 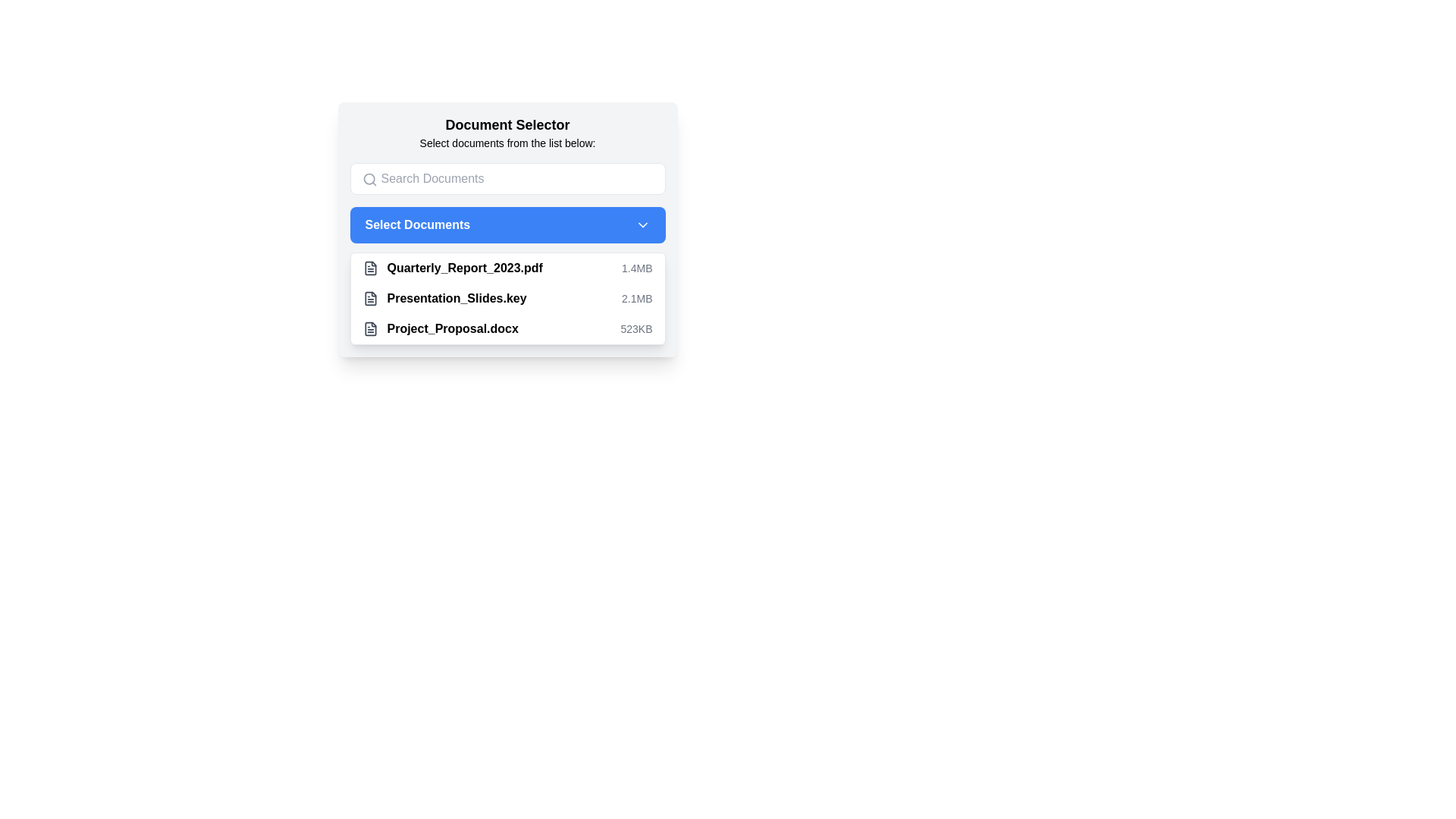 What do you see at coordinates (464, 268) in the screenshot?
I see `the text label displaying the document name, which is located immediately to the right of a small file icon in the Document Selector modal` at bounding box center [464, 268].